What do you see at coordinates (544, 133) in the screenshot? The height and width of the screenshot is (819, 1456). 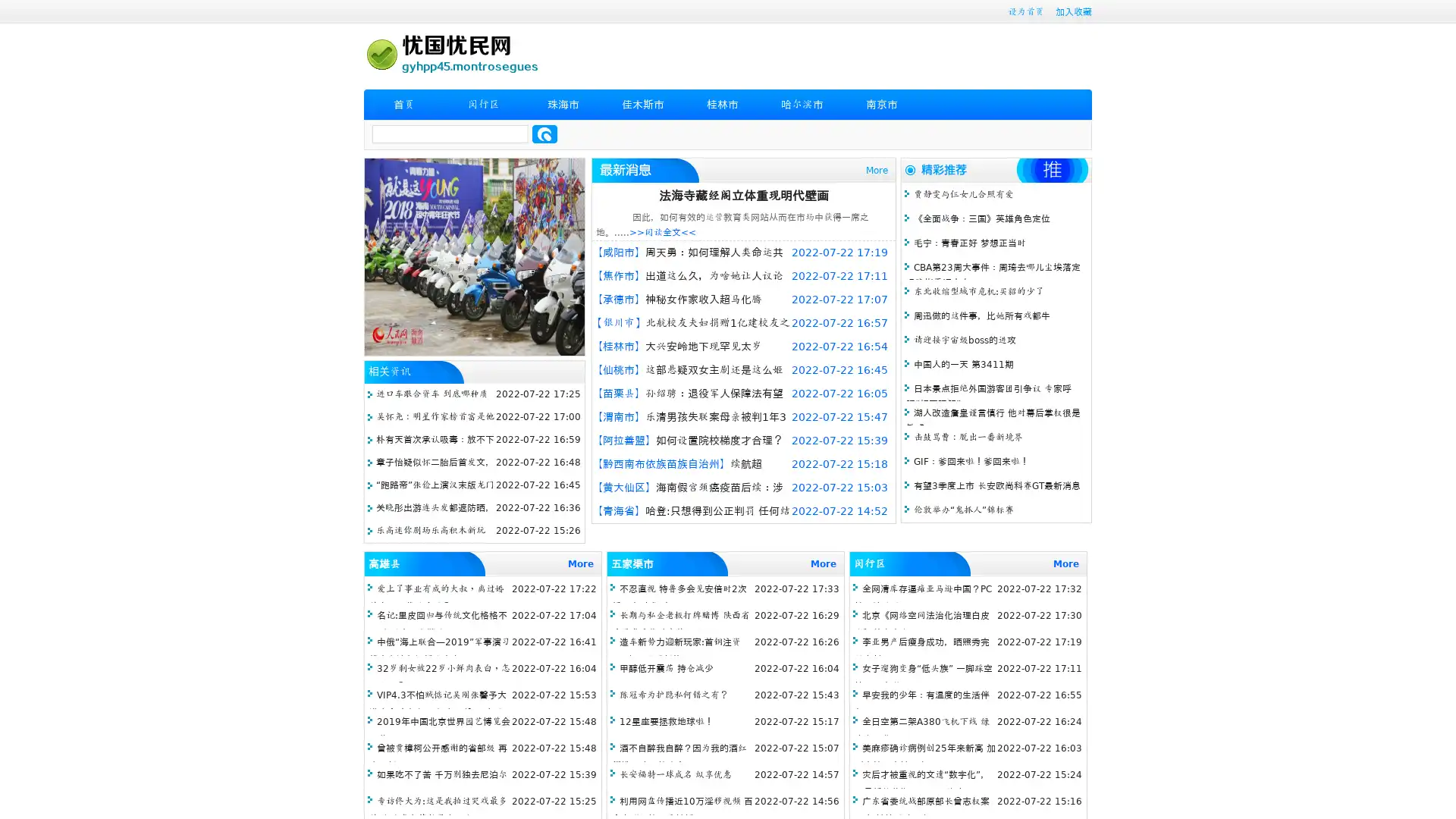 I see `Search` at bounding box center [544, 133].